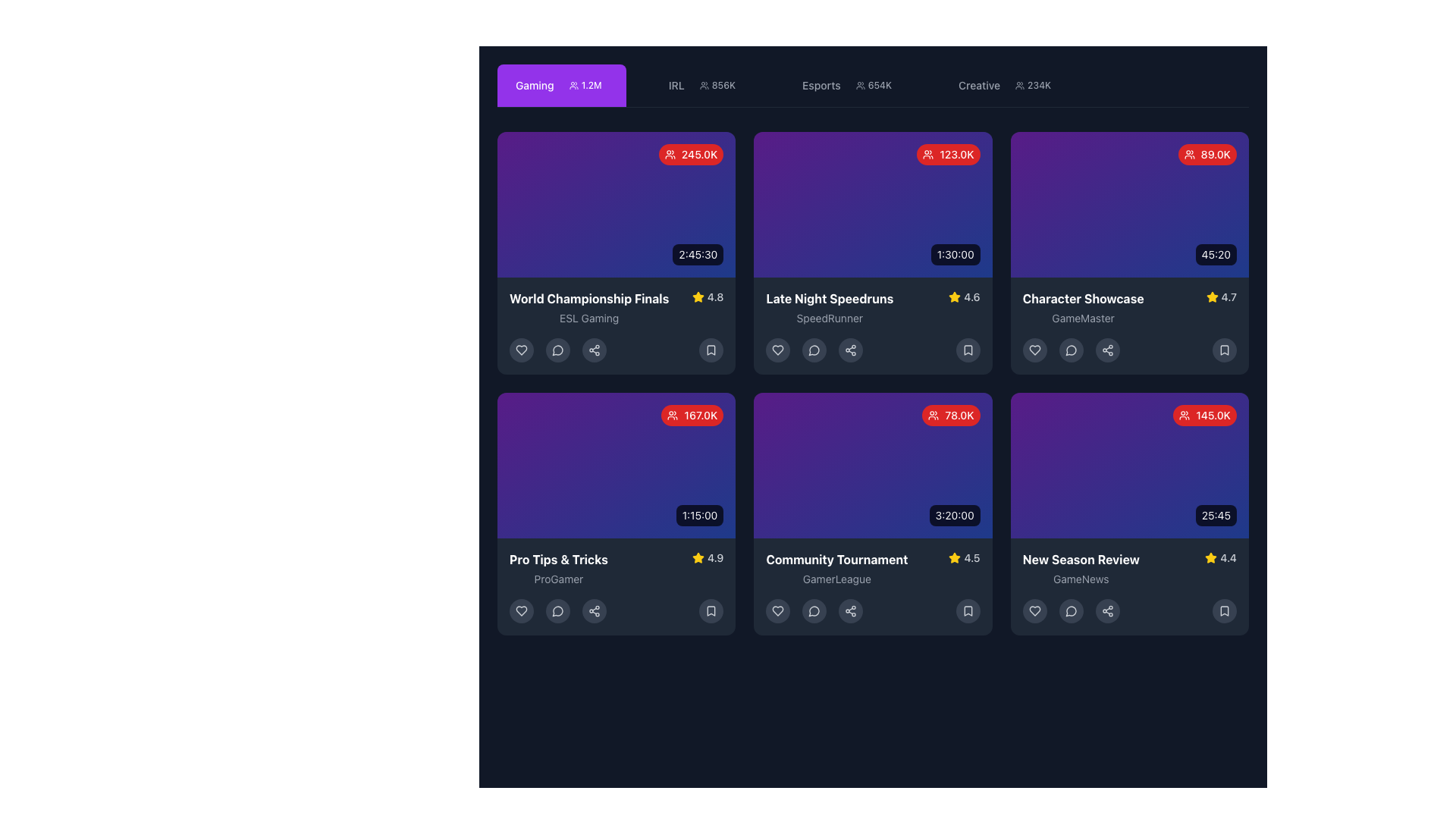 This screenshot has height=819, width=1456. What do you see at coordinates (557, 350) in the screenshot?
I see `the circular button with a chat bubble icon, which is the second button from the left in the row at the bottom of the 'World Championship Finals' card` at bounding box center [557, 350].